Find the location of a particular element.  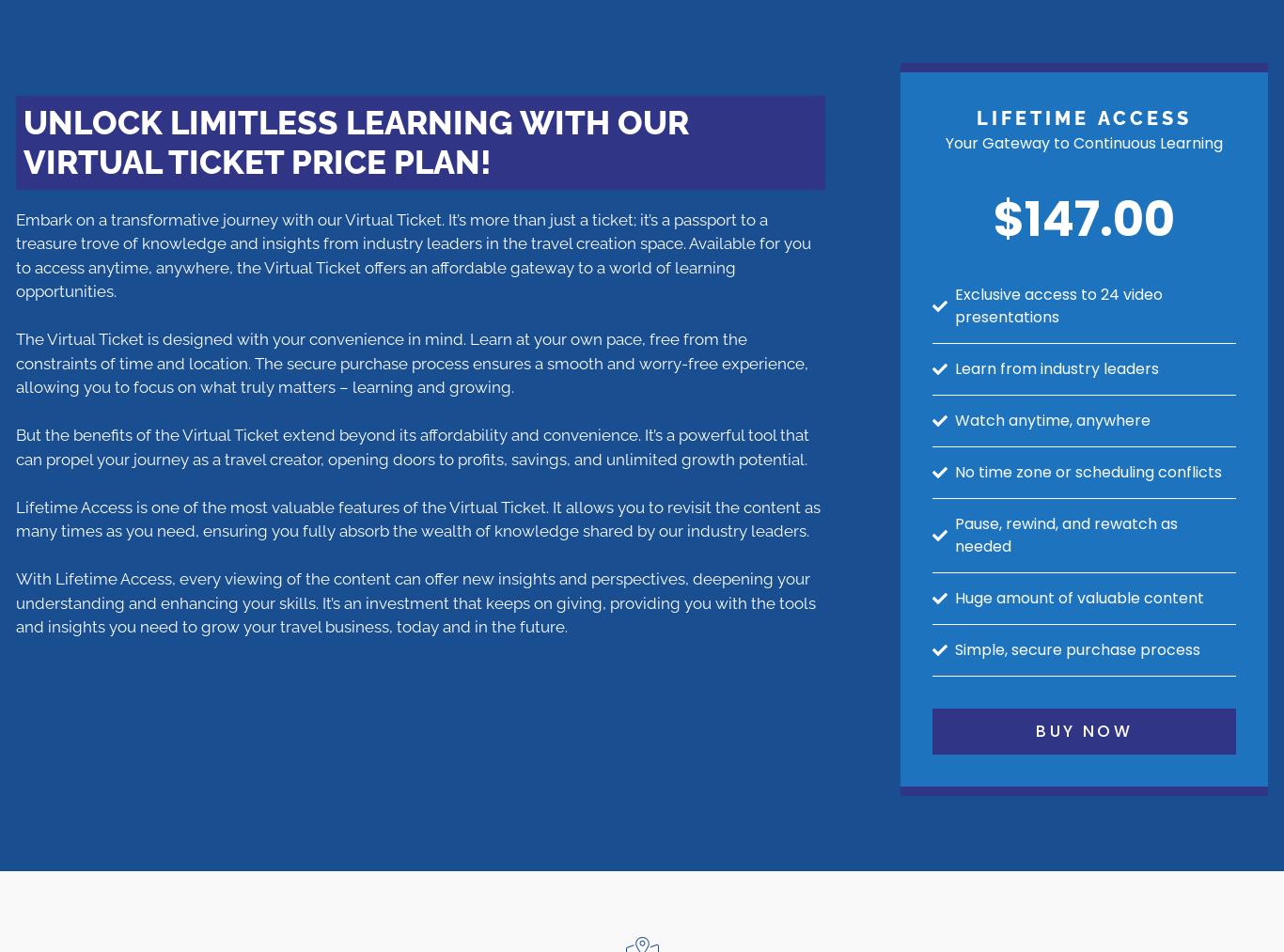

'The Virtual Ticket is designed with your convenience in mind. Learn at your own pace, free from the constraints of time and location. The secure purchase process ensures a smooth and worry-free experience, allowing you to focus on what truly matters – learning and growing.' is located at coordinates (411, 363).